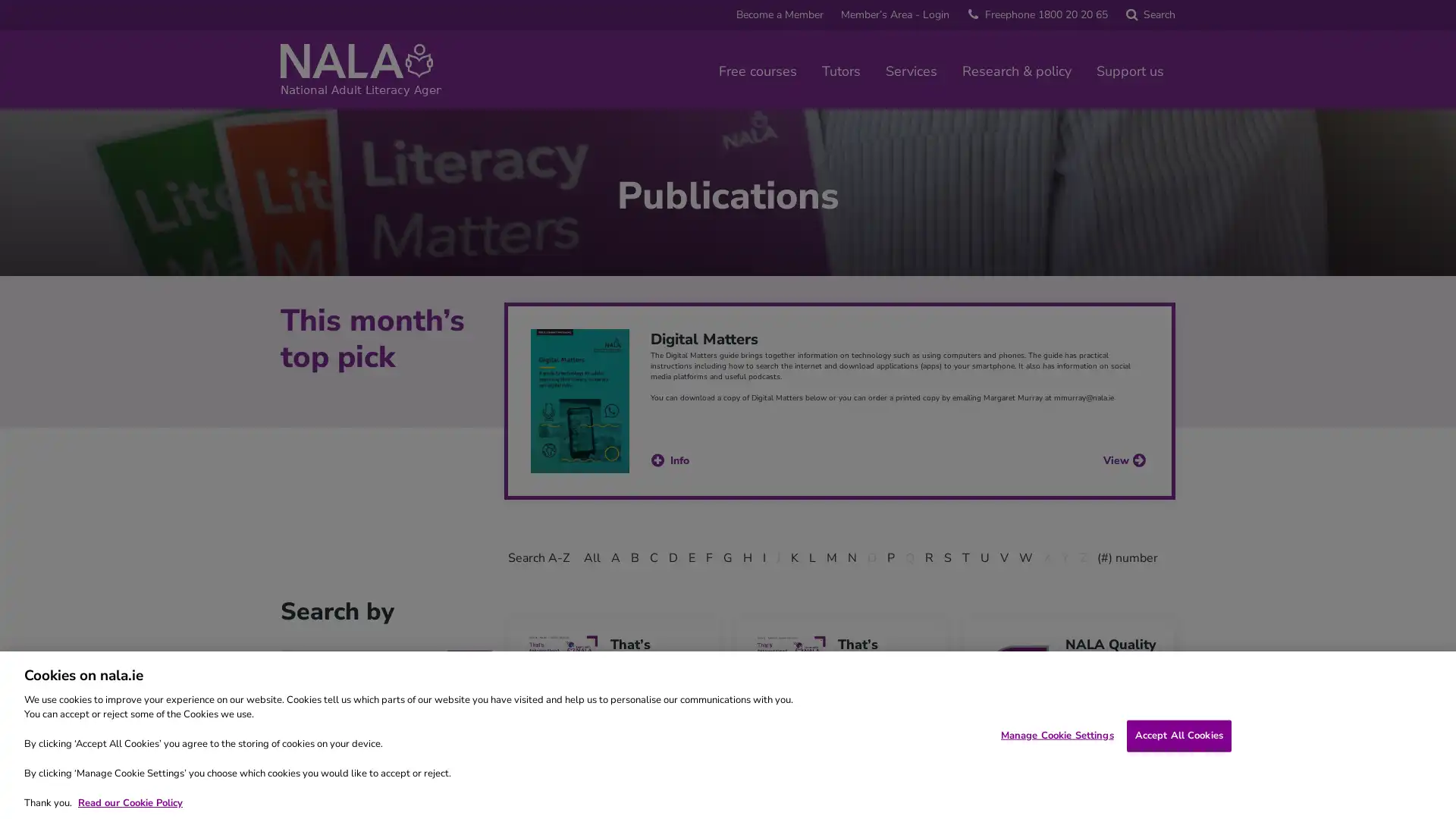 This screenshot has width=1456, height=819. What do you see at coordinates (1150, 14) in the screenshot?
I see `Search` at bounding box center [1150, 14].